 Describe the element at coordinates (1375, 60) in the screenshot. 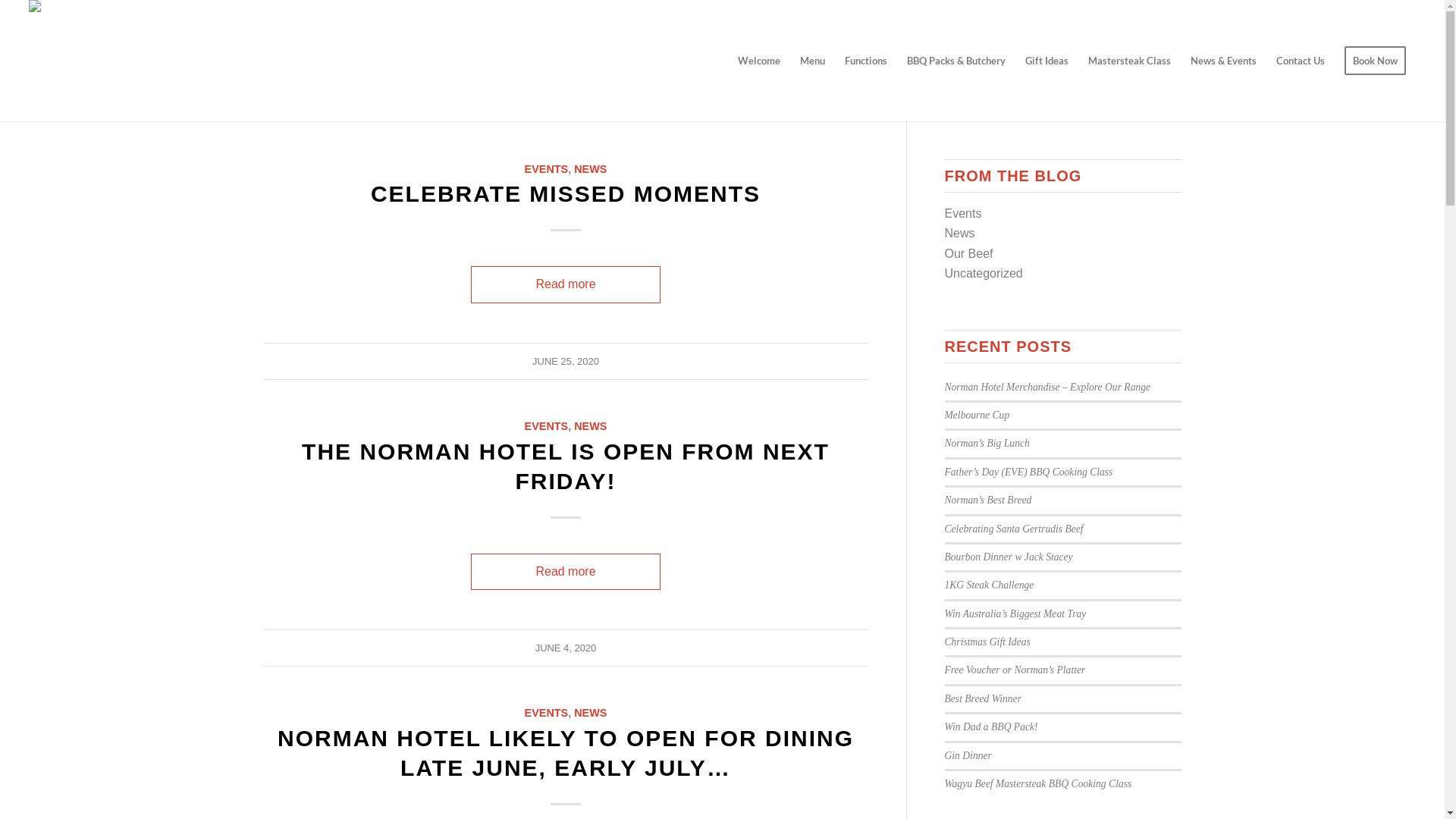

I see `'Book Now'` at that location.